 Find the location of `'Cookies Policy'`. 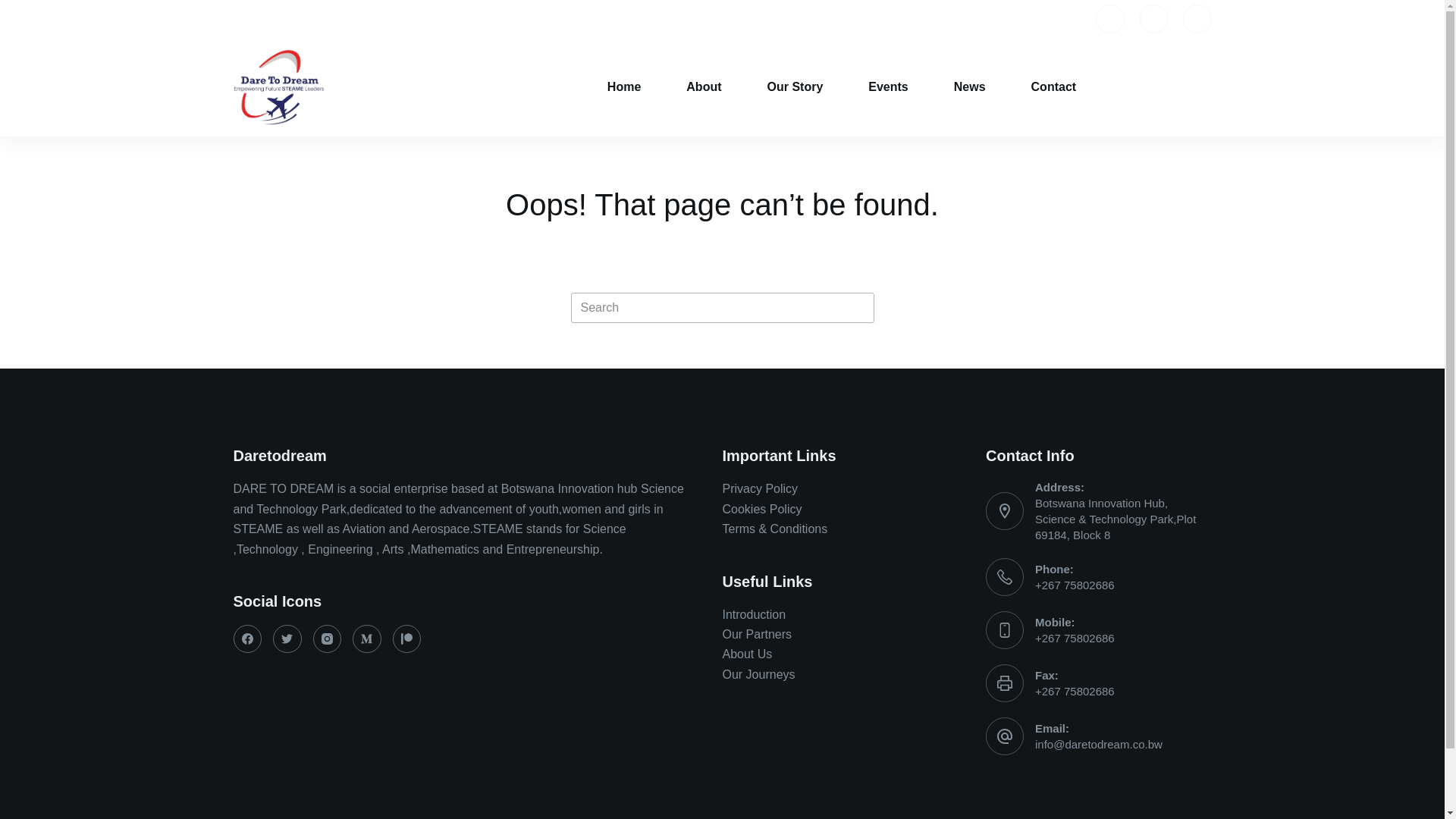

'Cookies Policy' is located at coordinates (720, 509).